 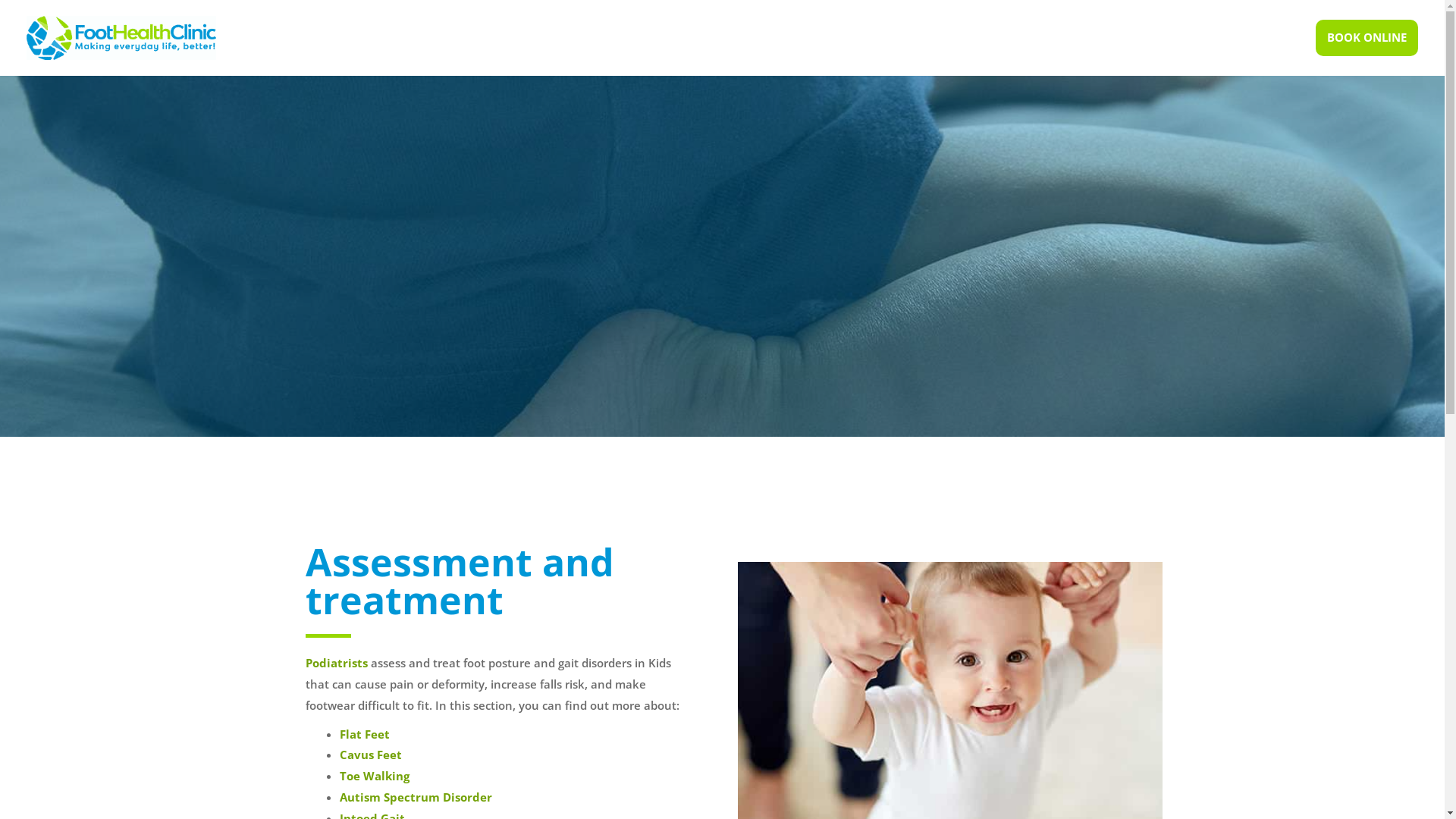 What do you see at coordinates (416, 795) in the screenshot?
I see `'Autism Spectrum Disorder'` at bounding box center [416, 795].